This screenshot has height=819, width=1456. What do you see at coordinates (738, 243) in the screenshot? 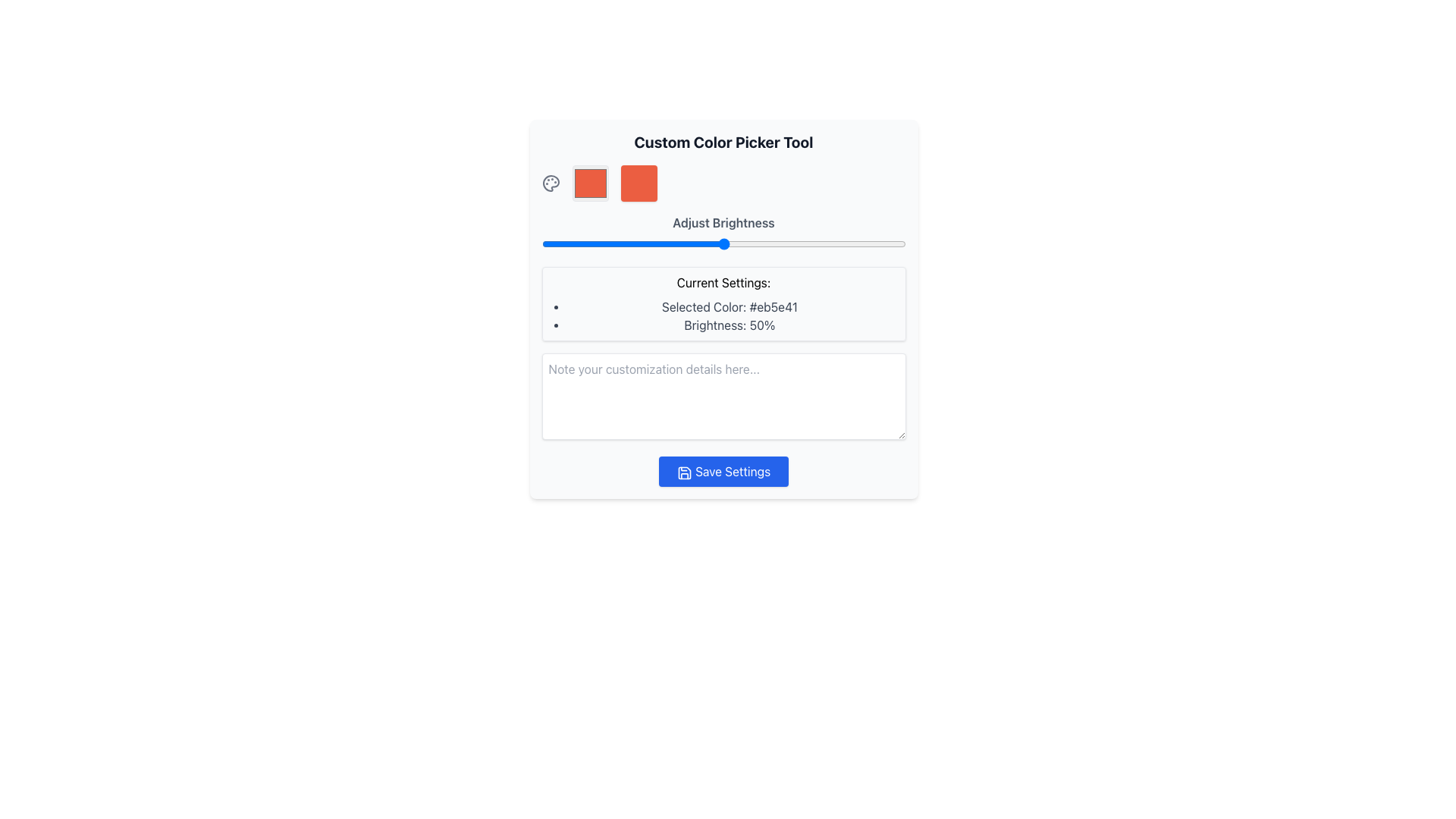
I see `the brightness` at bounding box center [738, 243].